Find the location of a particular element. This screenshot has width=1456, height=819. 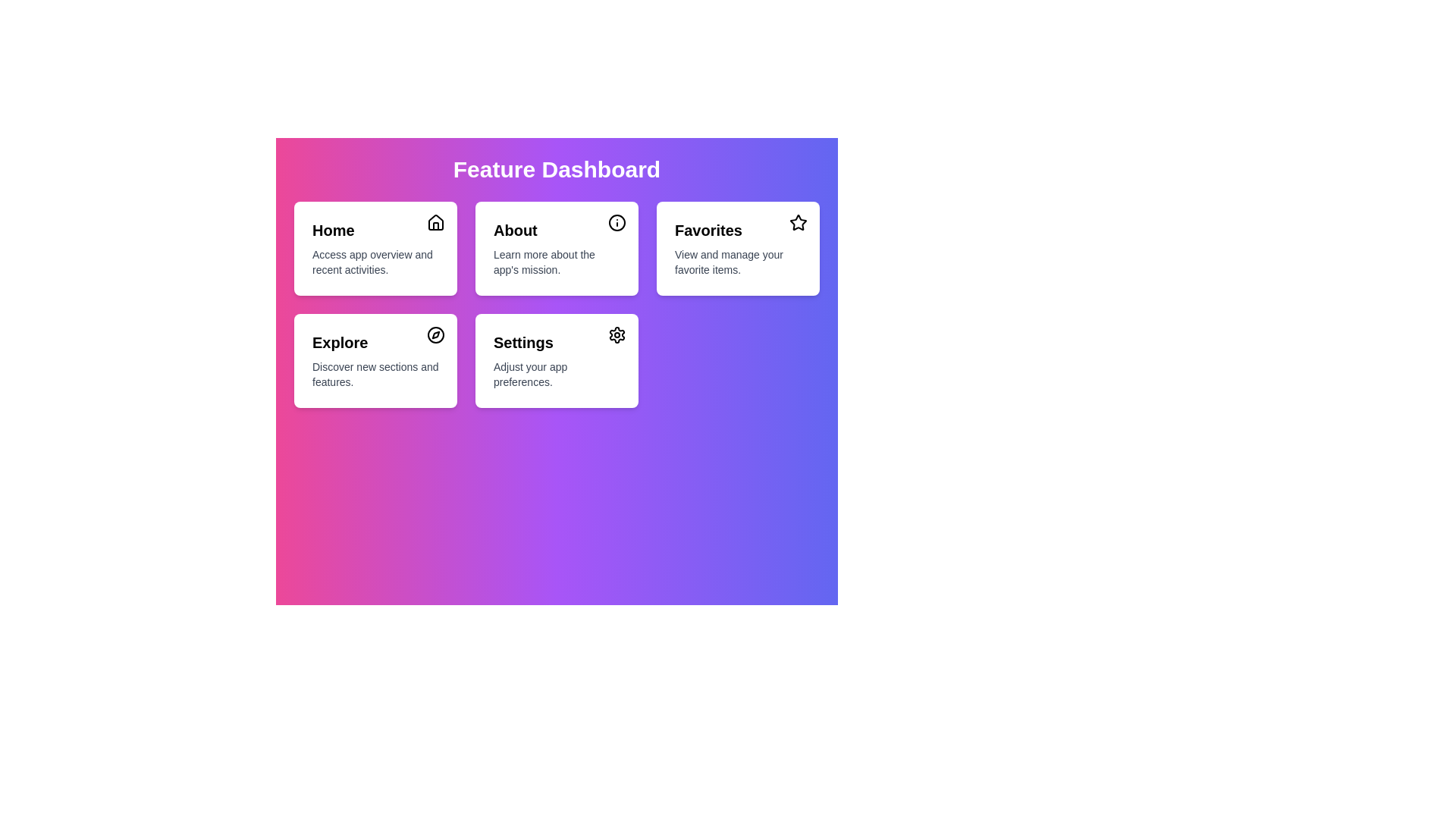

the icon of the menu item labeled About is located at coordinates (617, 222).